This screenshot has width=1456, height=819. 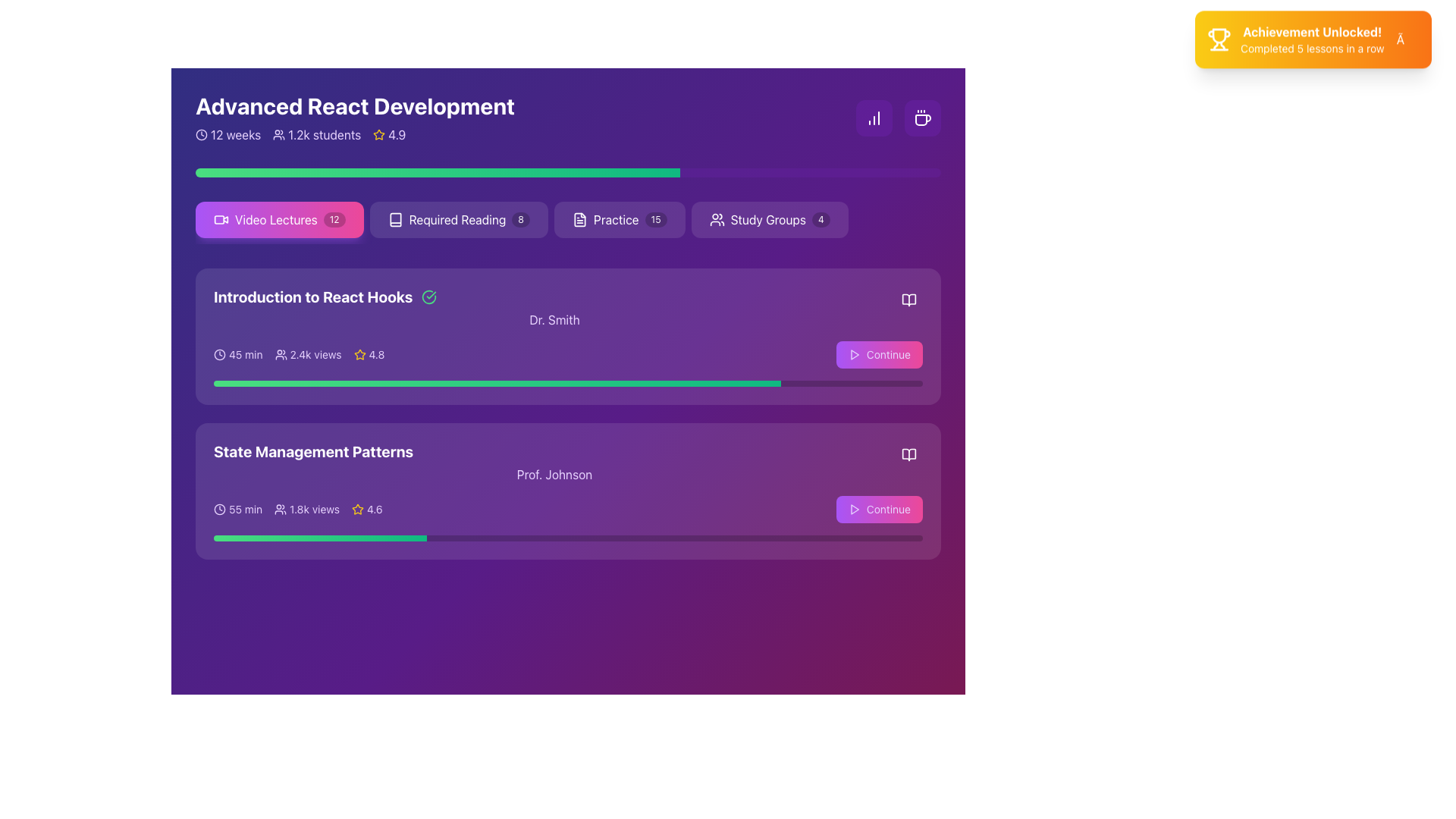 What do you see at coordinates (218, 354) in the screenshot?
I see `the time duration icon located to the left of the '45 min' text in the 'Introduction to React Hooks' section to interact with it` at bounding box center [218, 354].